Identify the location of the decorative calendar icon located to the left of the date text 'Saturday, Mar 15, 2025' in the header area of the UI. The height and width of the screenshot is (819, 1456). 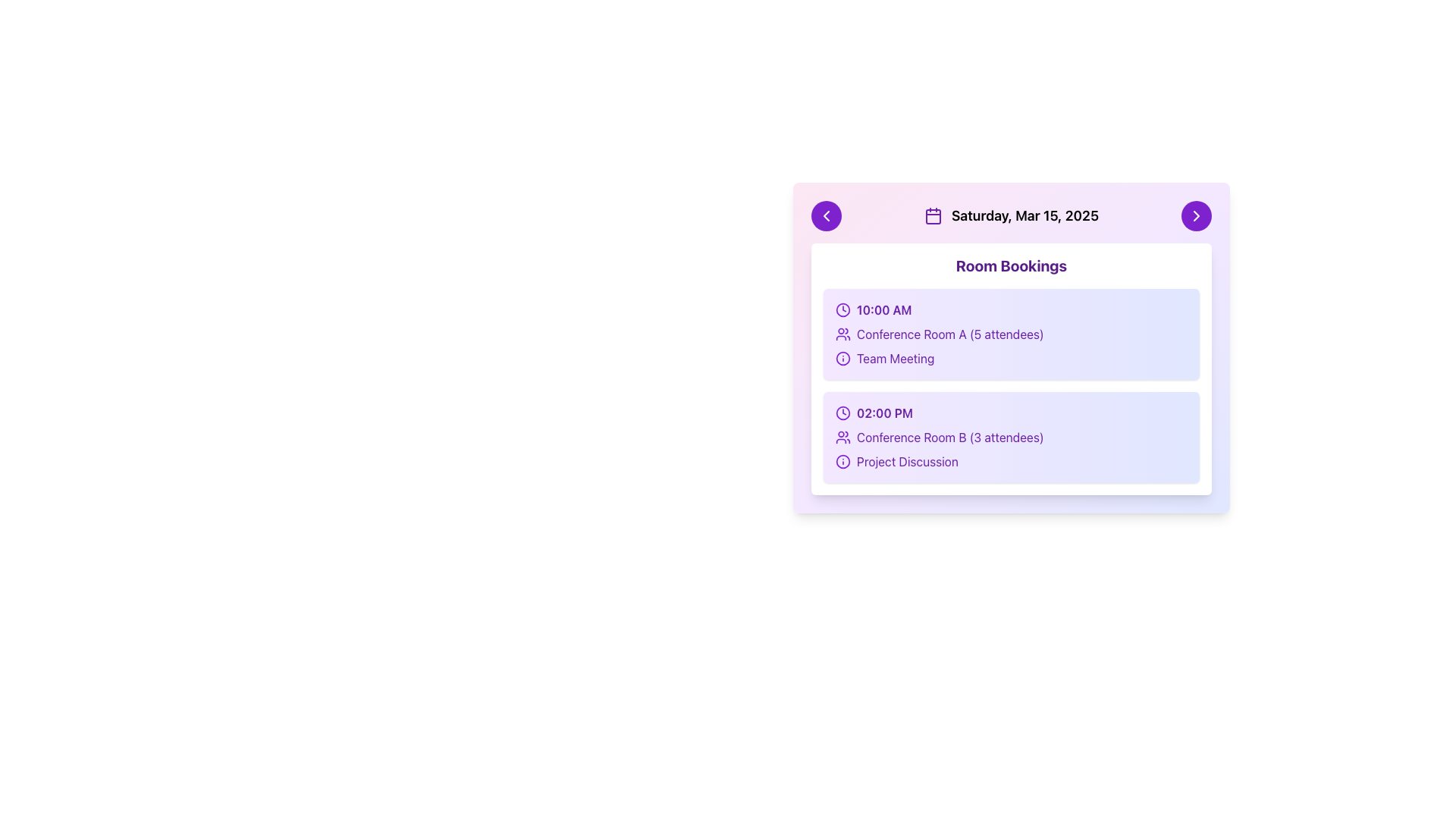
(932, 216).